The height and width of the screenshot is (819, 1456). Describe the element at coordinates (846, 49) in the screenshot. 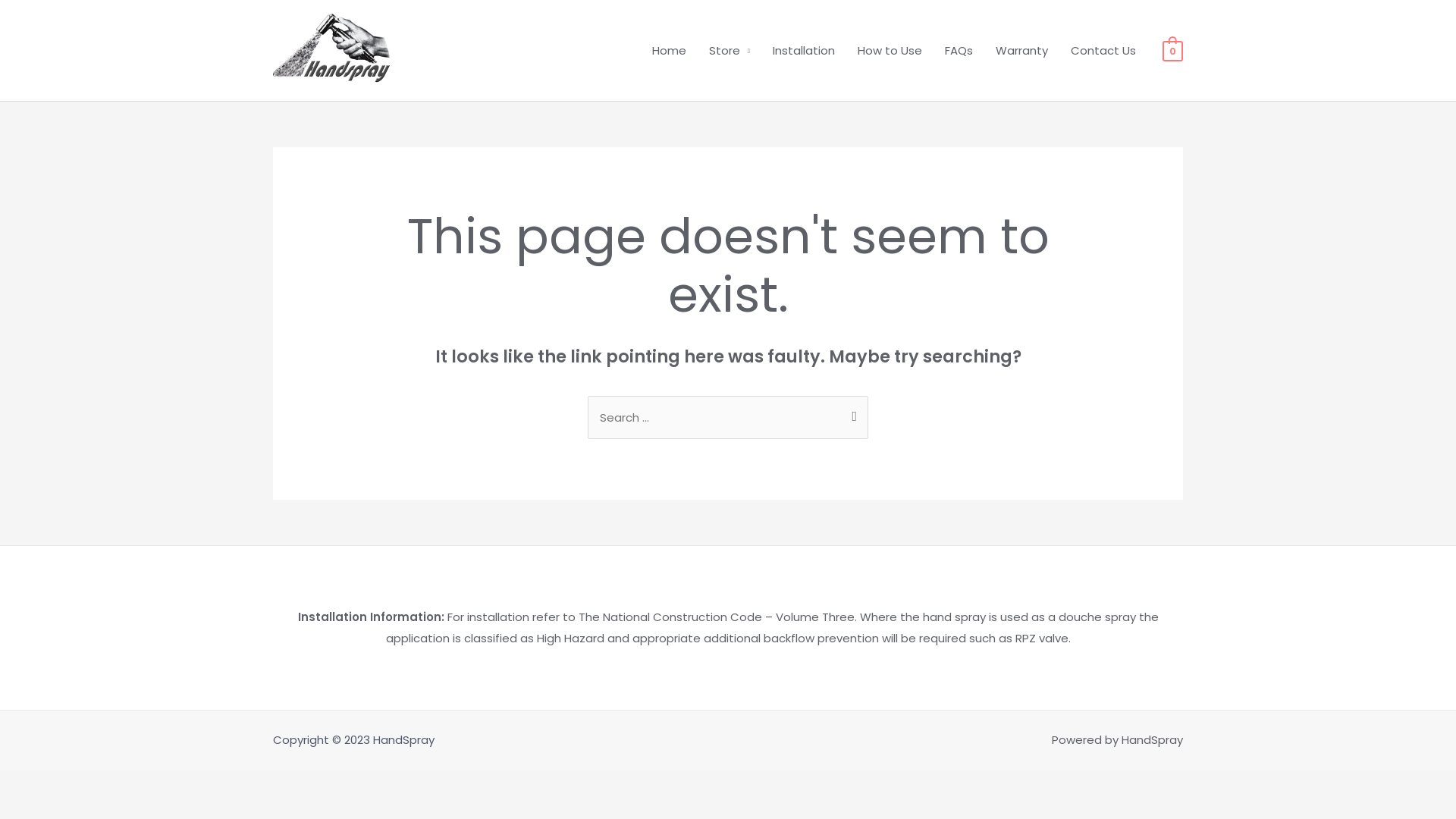

I see `'How to Use'` at that location.